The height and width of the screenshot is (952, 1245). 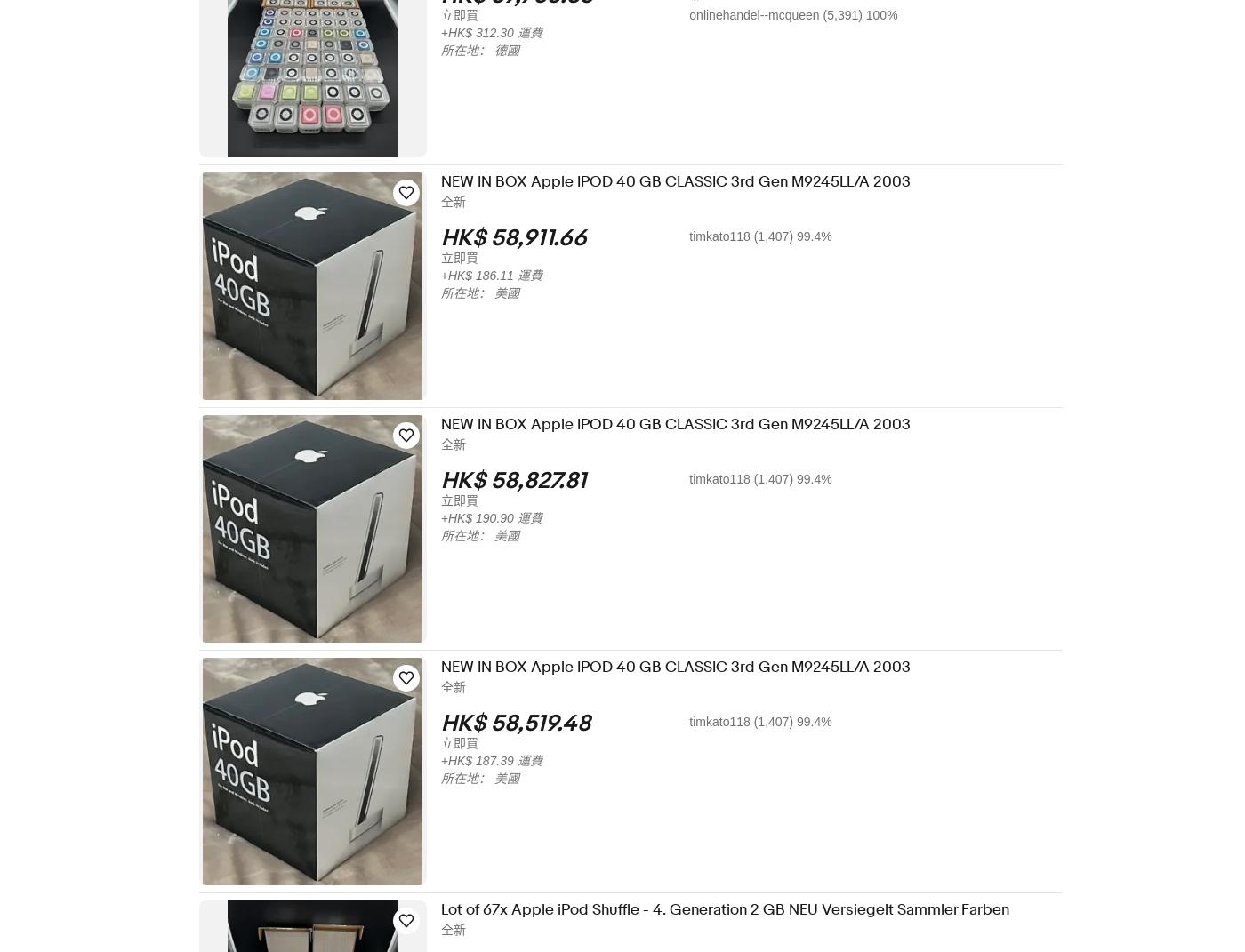 What do you see at coordinates (701, 14) in the screenshot?
I see `'onlinehandel--mcqueen (5,391) 100%'` at bounding box center [701, 14].